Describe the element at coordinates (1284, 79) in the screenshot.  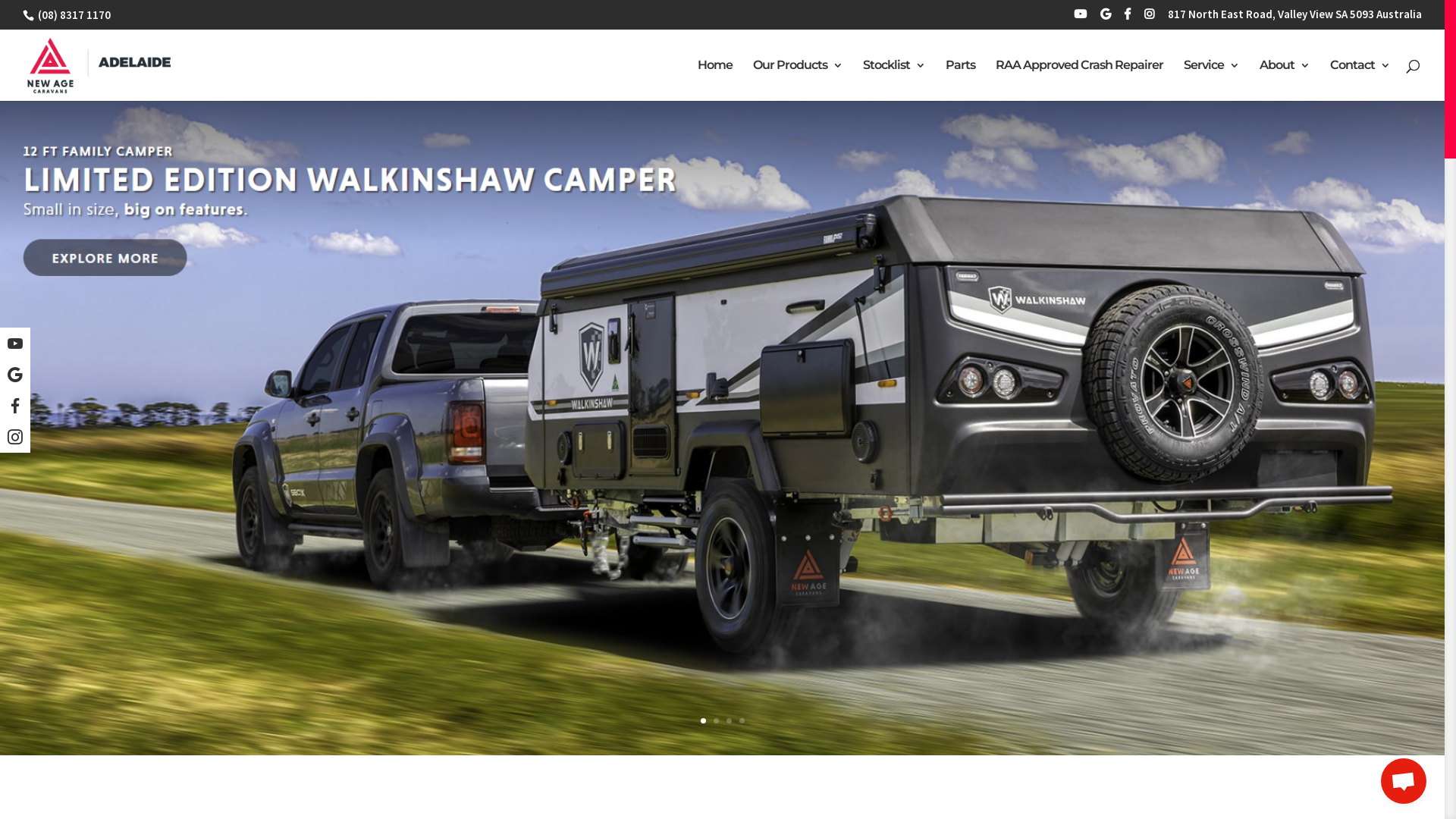
I see `'About'` at that location.